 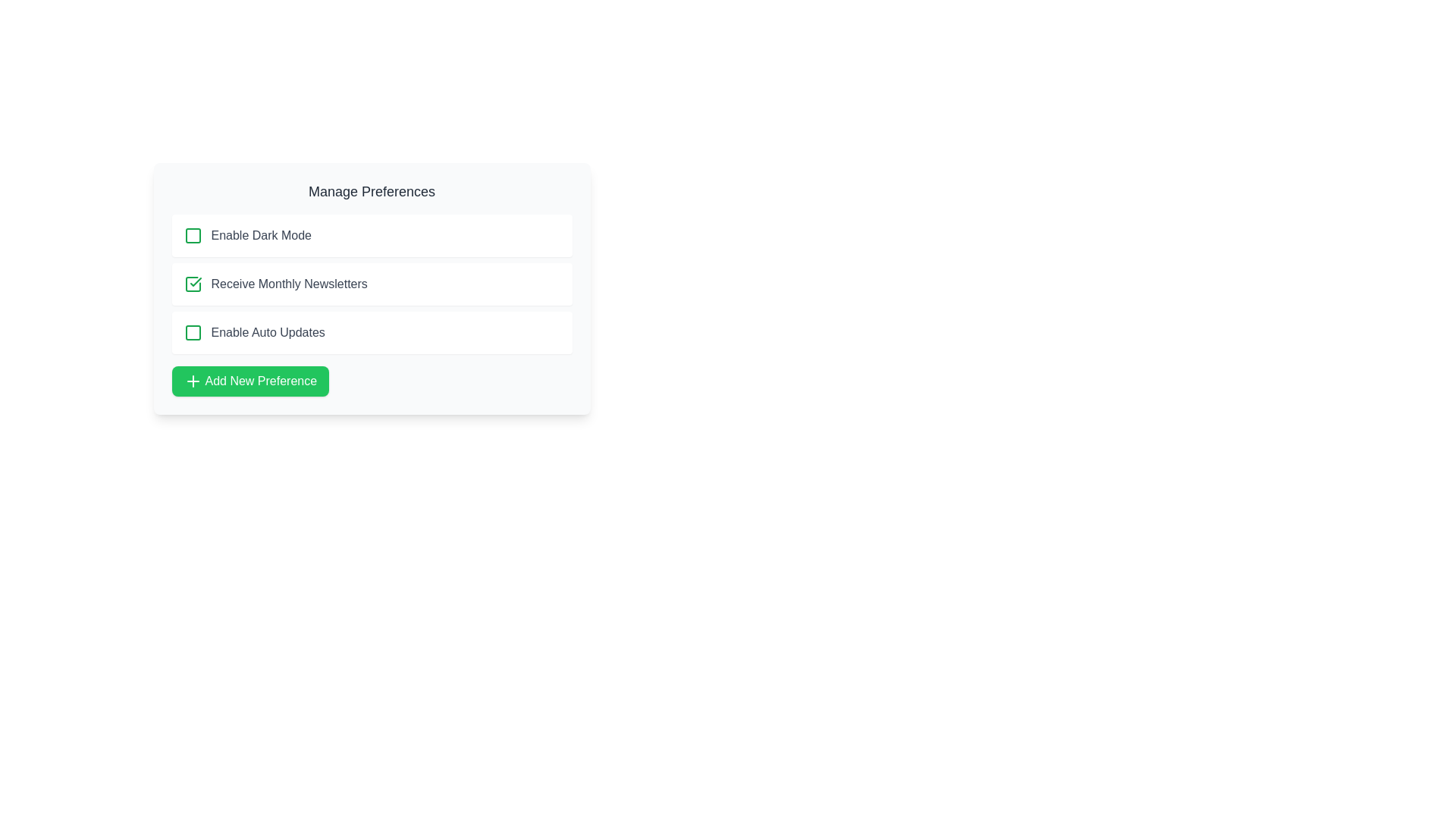 I want to click on the second checkbox option for toggling the monthly newsletter subscription preference, which is centrally aligned and follows the 'Enable Dark Mode' option, so click(x=372, y=284).